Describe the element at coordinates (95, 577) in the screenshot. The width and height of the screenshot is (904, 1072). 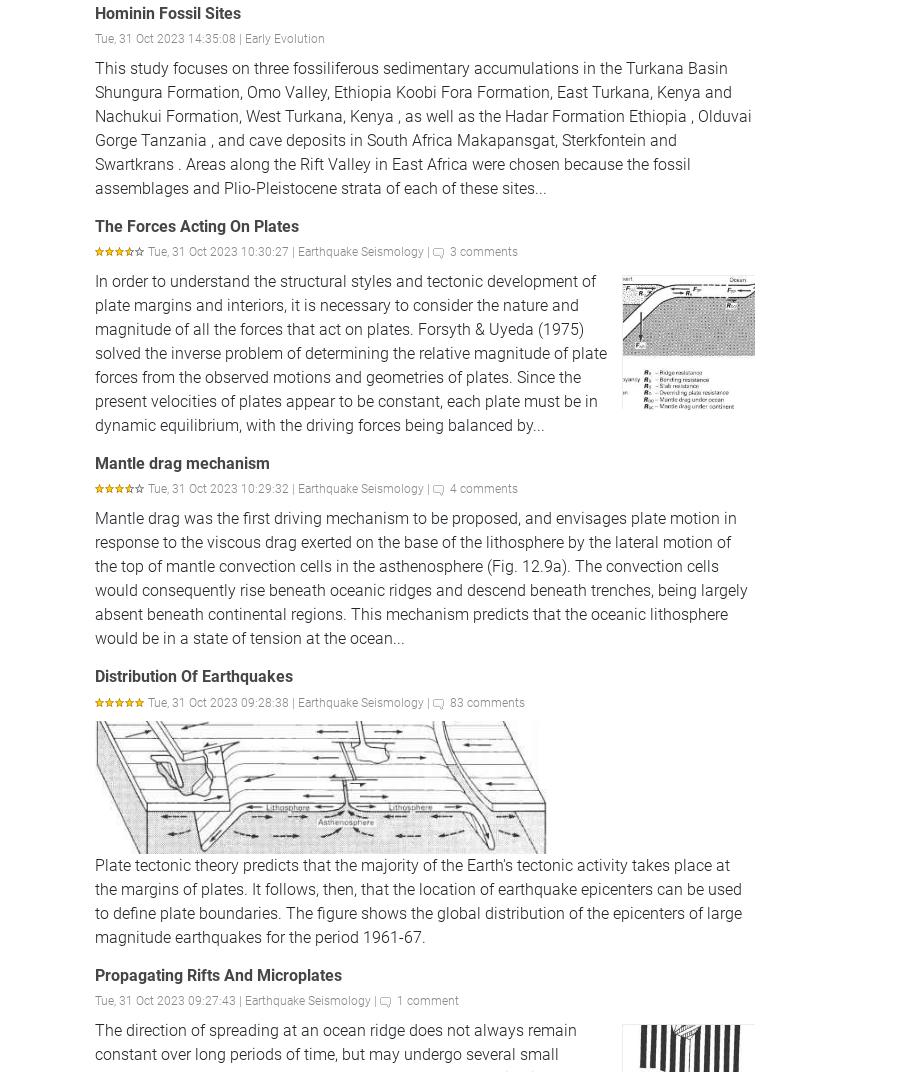
I see `'Mantle drag was the first driving mechanism to be proposed, and envisages plate motion in response to the viscous drag exerted on the base of the lithosphere by the lateral motion of the top of mantle convection cells in the asthenosphere (Fig. 12.9a). The convection cells would consequently rise beneath oceanic ridges and descend beneath trenches, being largely absent beneath continental regions. This mechanism predicts that the oceanic lithosphere would be in a state of tension at the ocean...'` at that location.